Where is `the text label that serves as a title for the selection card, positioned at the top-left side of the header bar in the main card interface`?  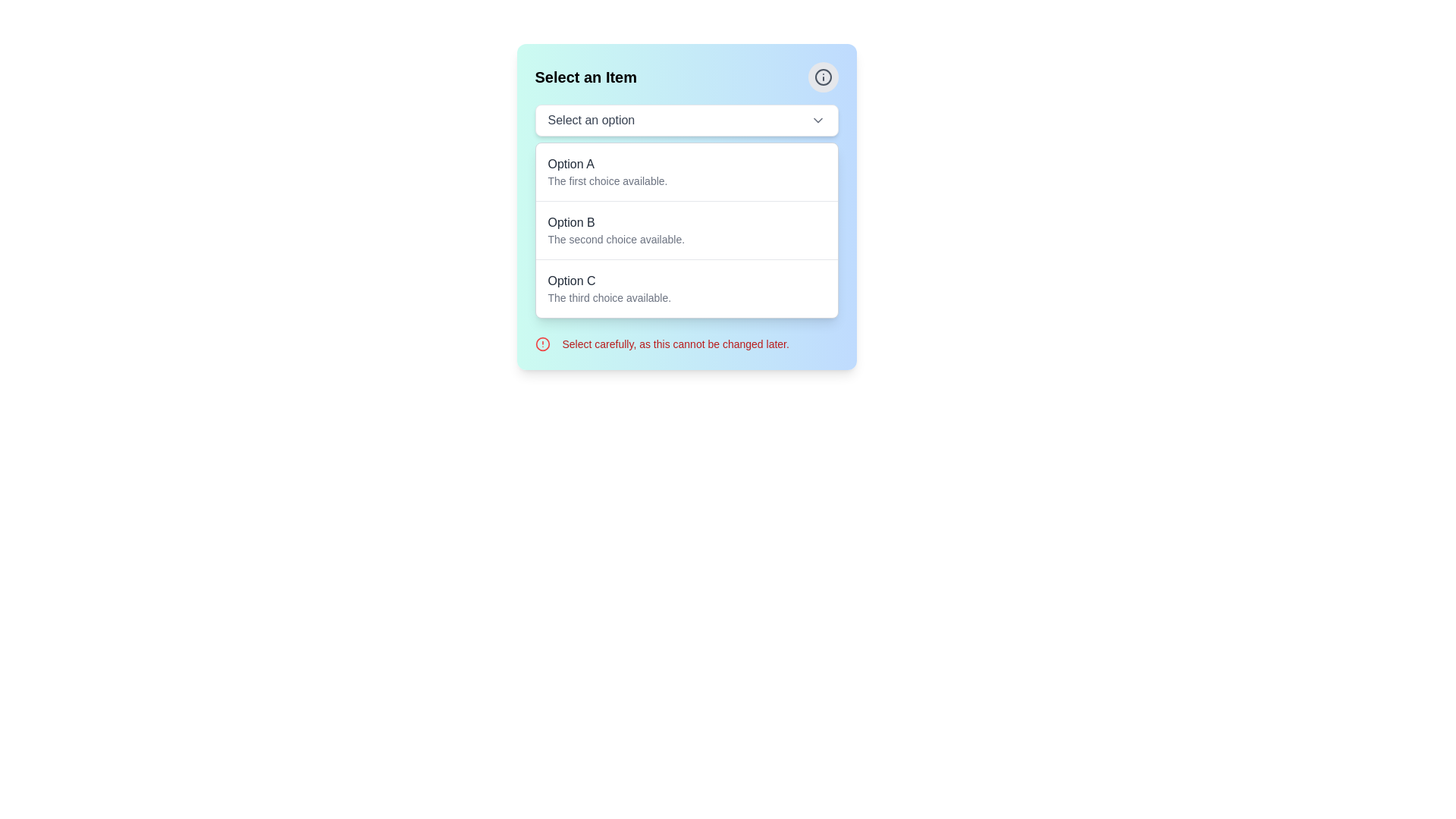 the text label that serves as a title for the selection card, positioned at the top-left side of the header bar in the main card interface is located at coordinates (585, 77).